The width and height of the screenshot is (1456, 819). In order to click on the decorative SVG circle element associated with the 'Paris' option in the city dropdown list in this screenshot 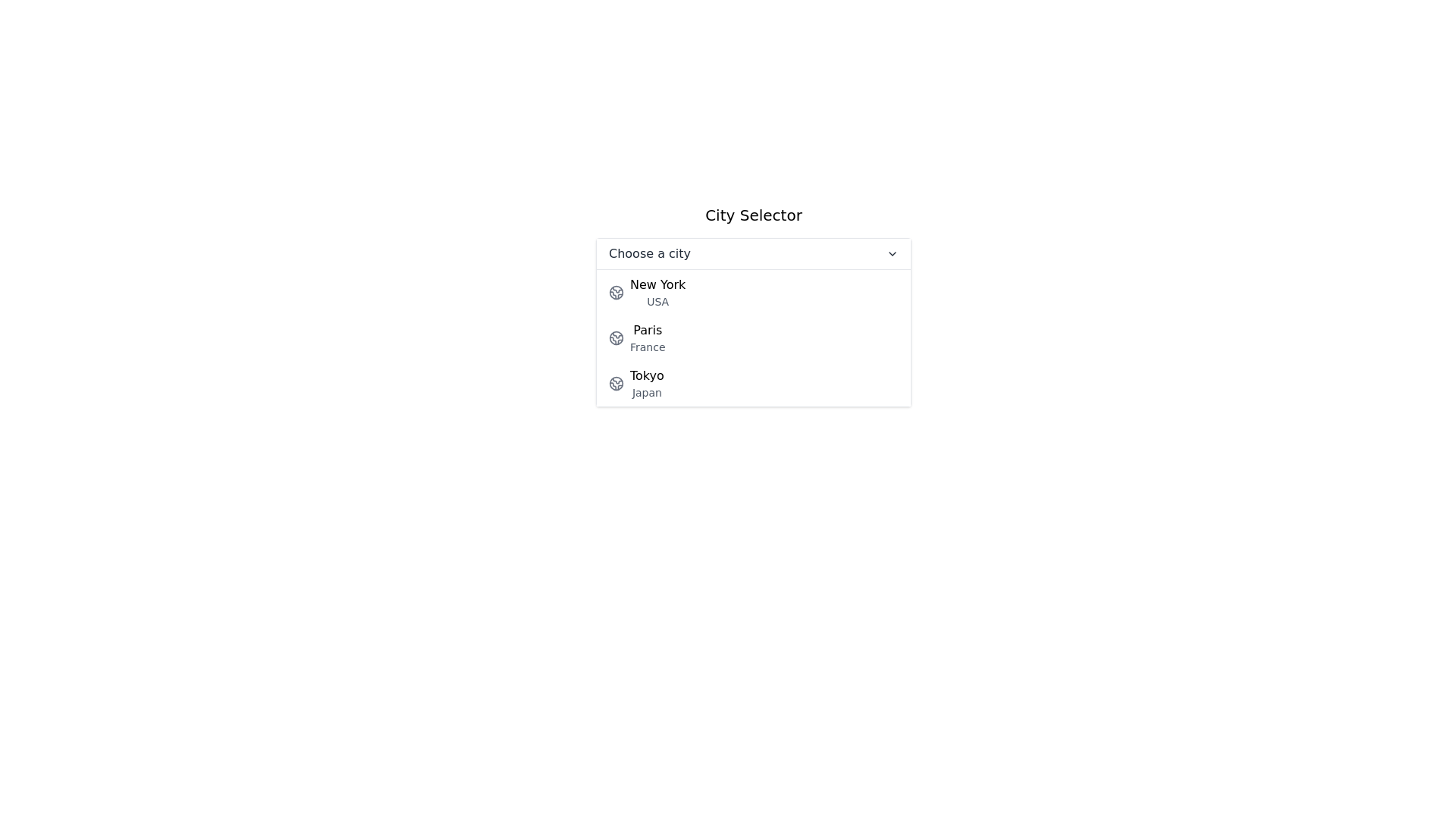, I will do `click(616, 337)`.